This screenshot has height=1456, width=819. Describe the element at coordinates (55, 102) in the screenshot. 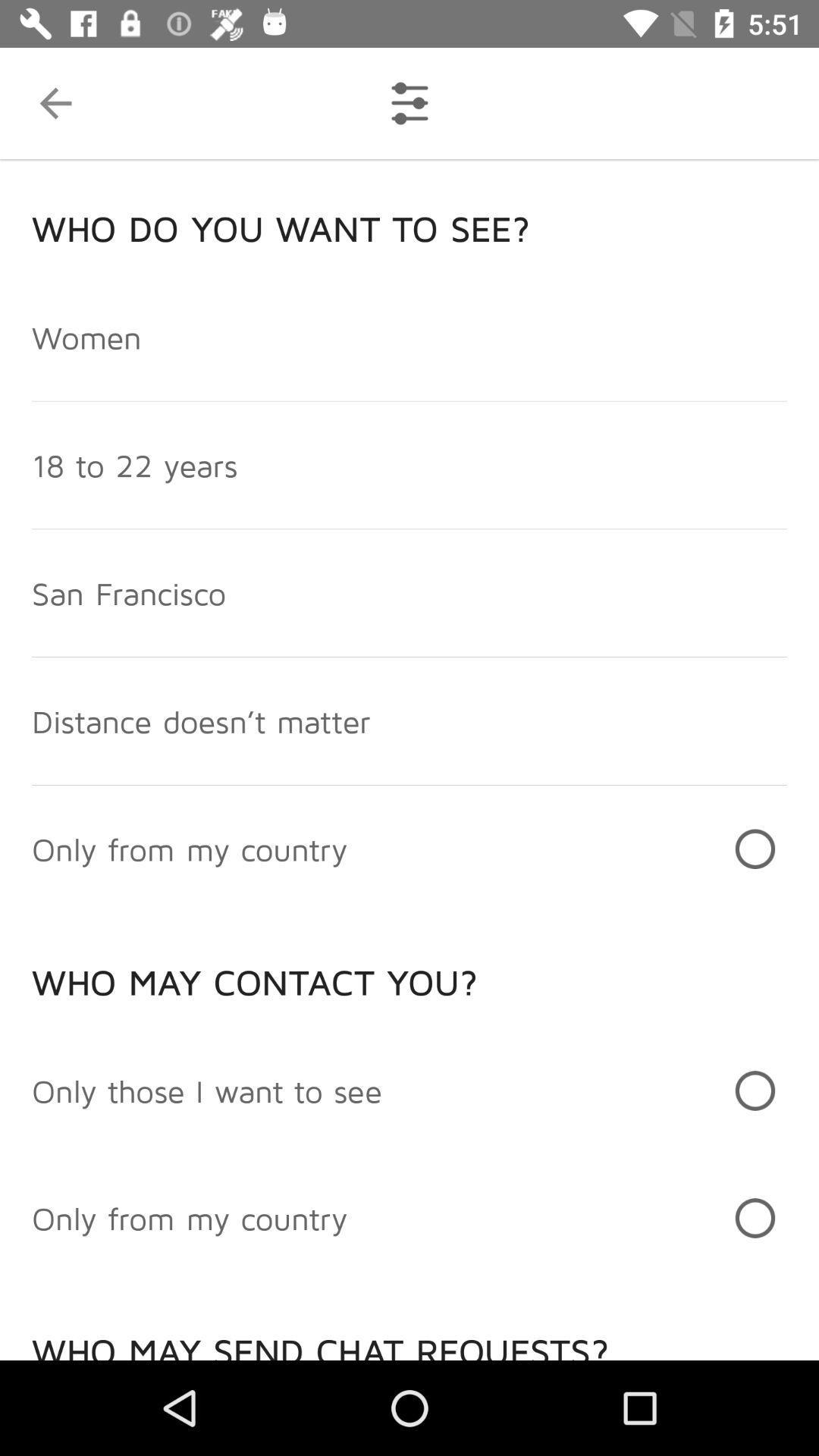

I see `the icon above the who do you icon` at that location.